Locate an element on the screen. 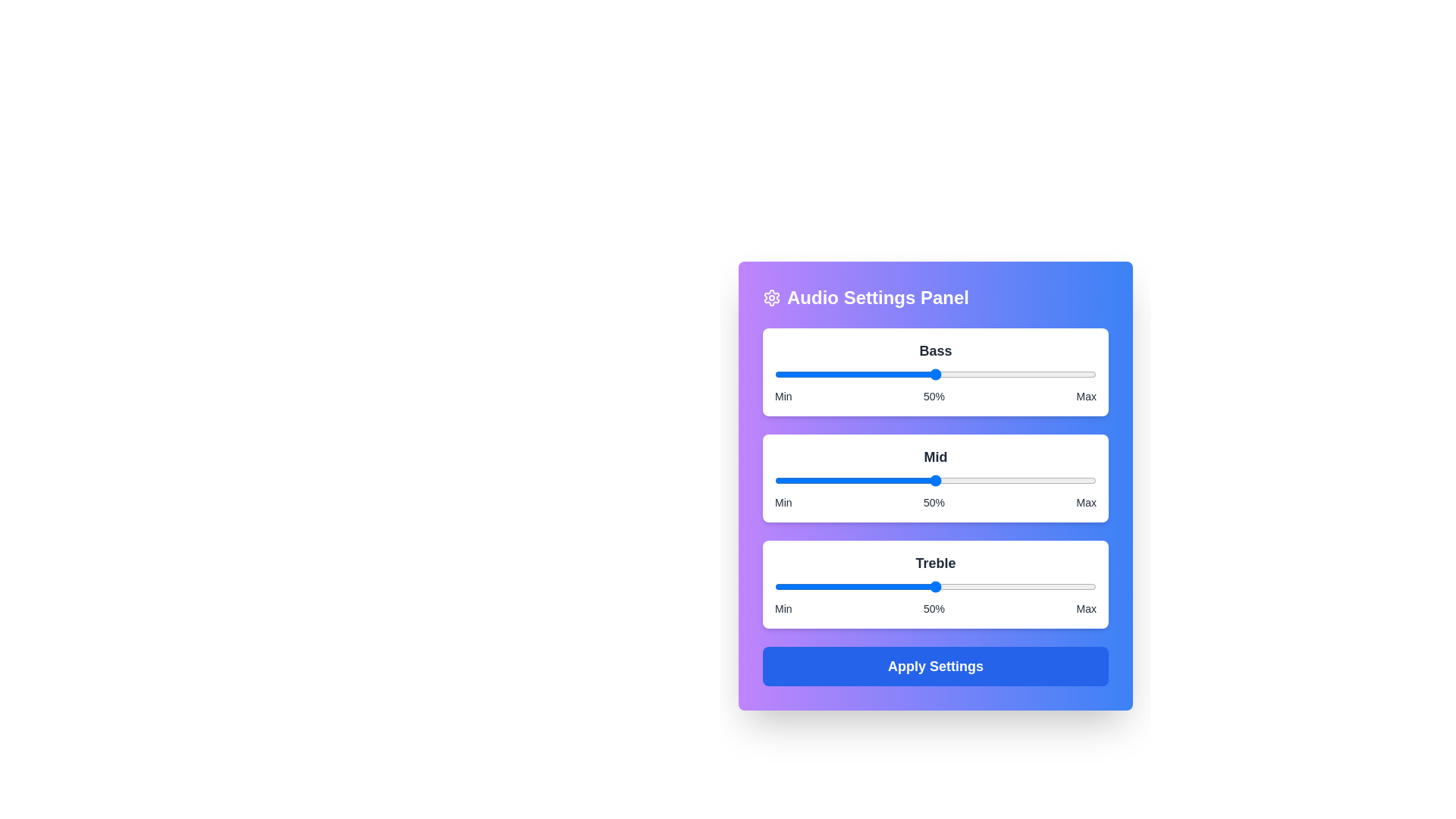  the bass level is located at coordinates (990, 374).